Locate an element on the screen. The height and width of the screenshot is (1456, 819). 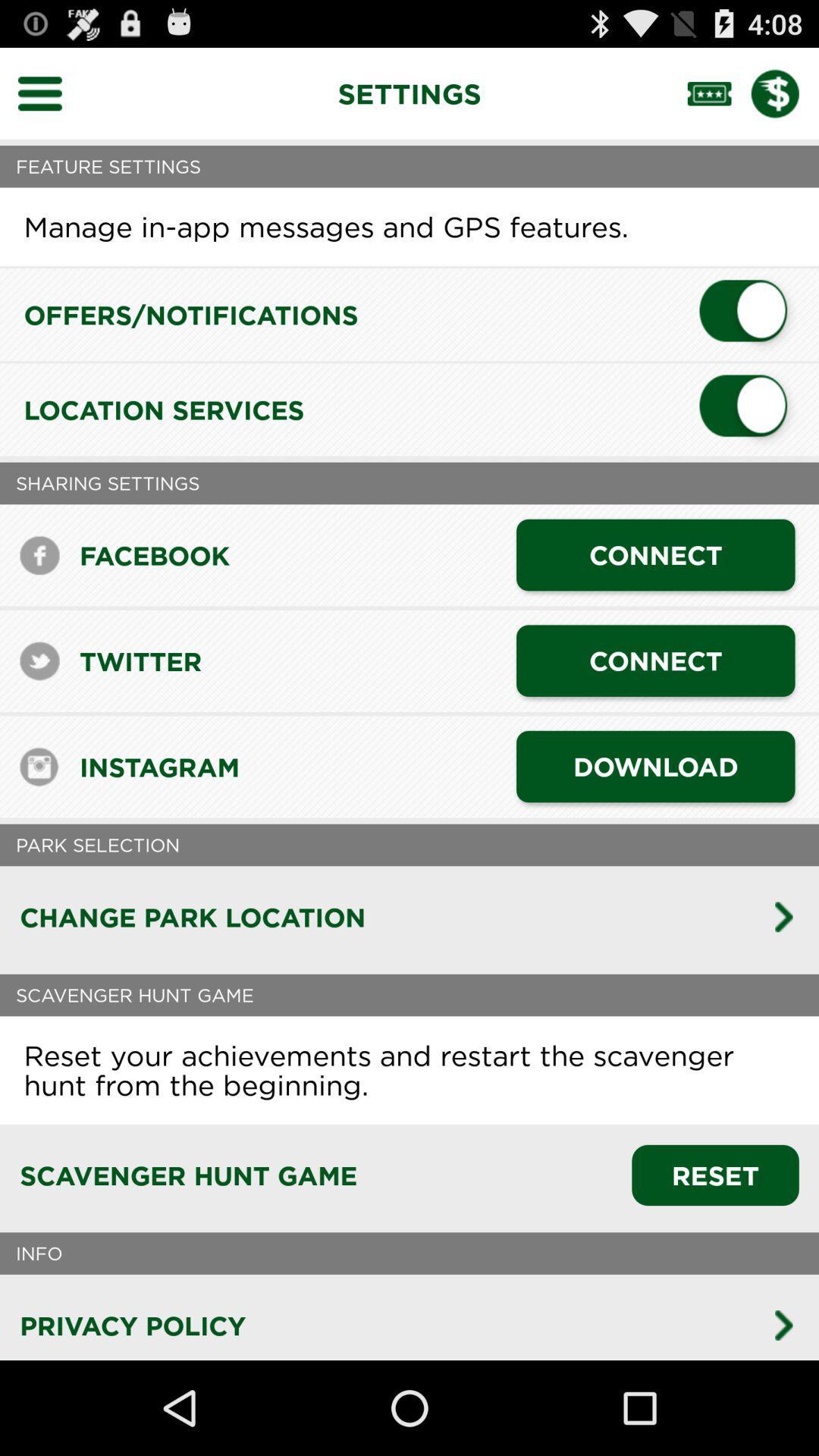
the app to the right of instagram app is located at coordinates (654, 767).